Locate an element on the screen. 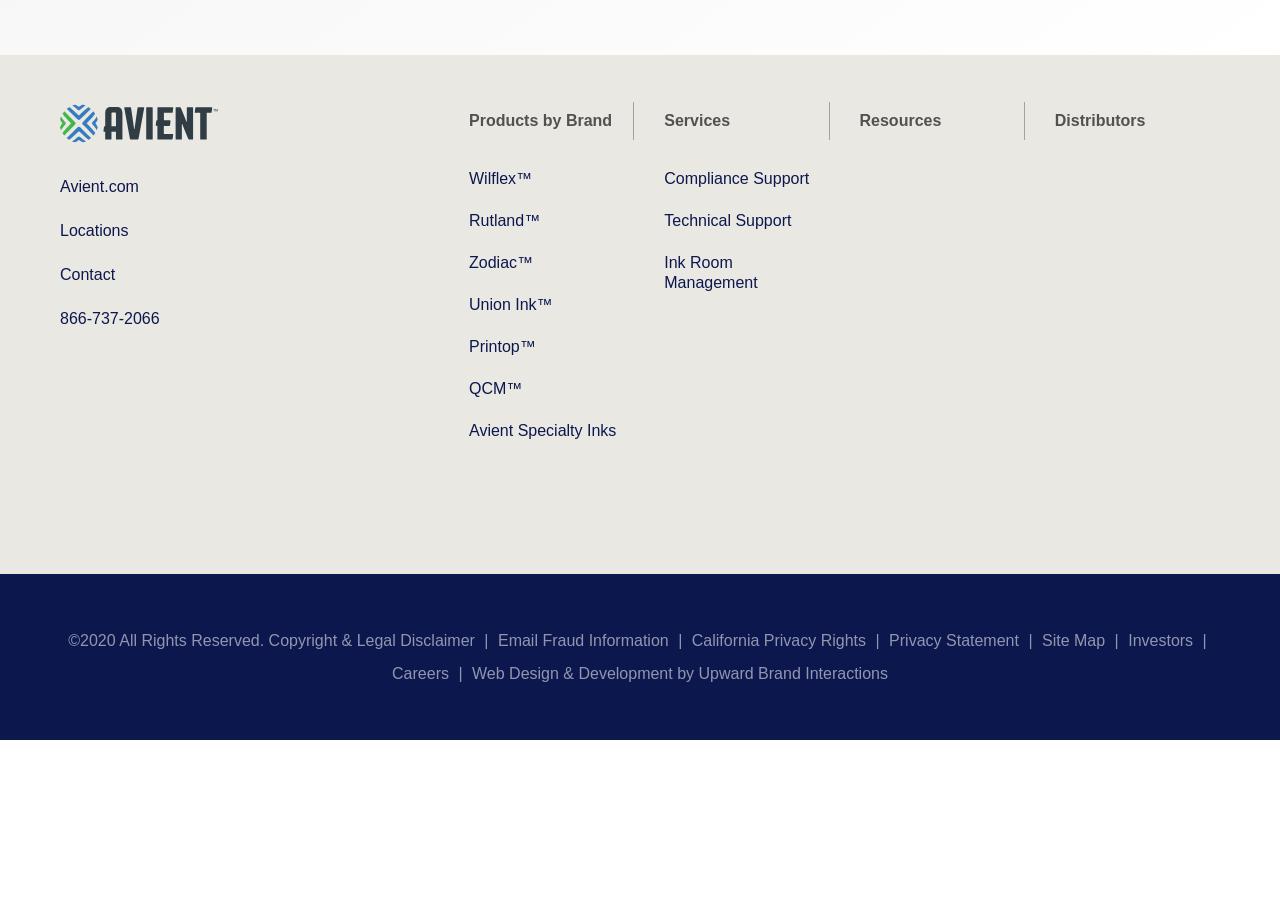 The width and height of the screenshot is (1280, 920). '866-737-2066' is located at coordinates (108, 318).